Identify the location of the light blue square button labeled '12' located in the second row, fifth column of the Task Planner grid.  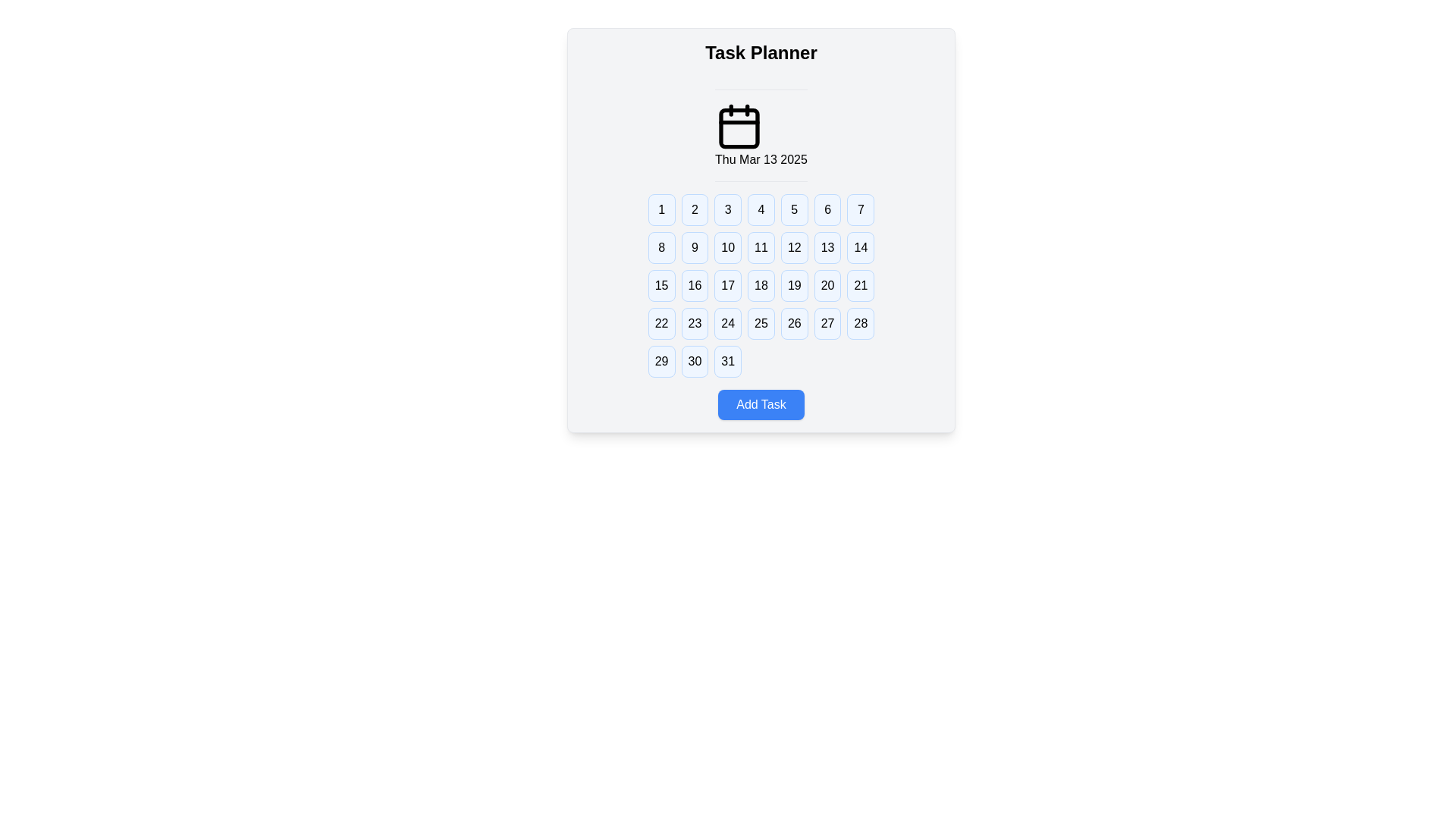
(793, 247).